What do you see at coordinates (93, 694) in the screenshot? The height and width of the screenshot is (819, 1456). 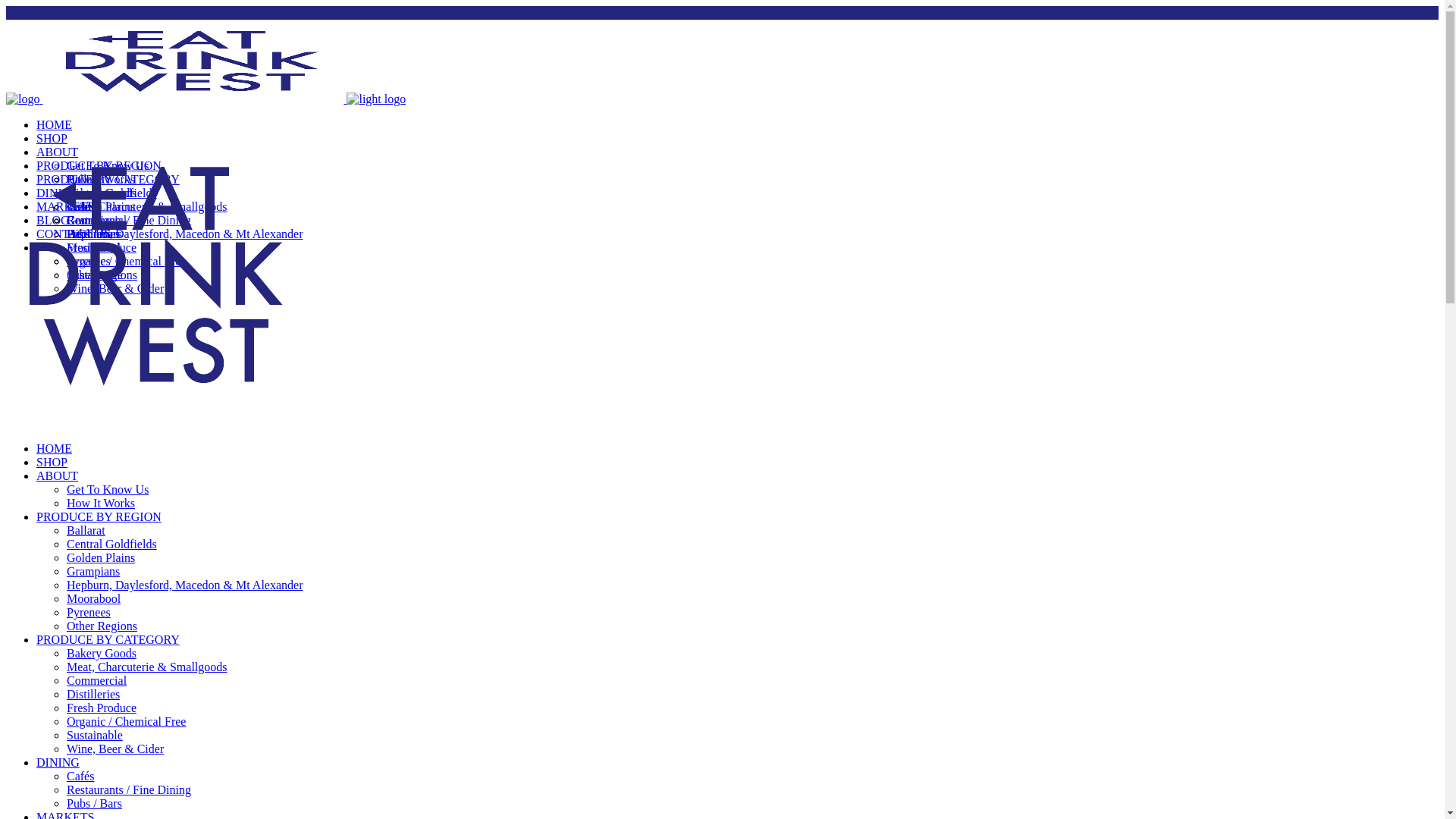 I see `'Distilleries'` at bounding box center [93, 694].